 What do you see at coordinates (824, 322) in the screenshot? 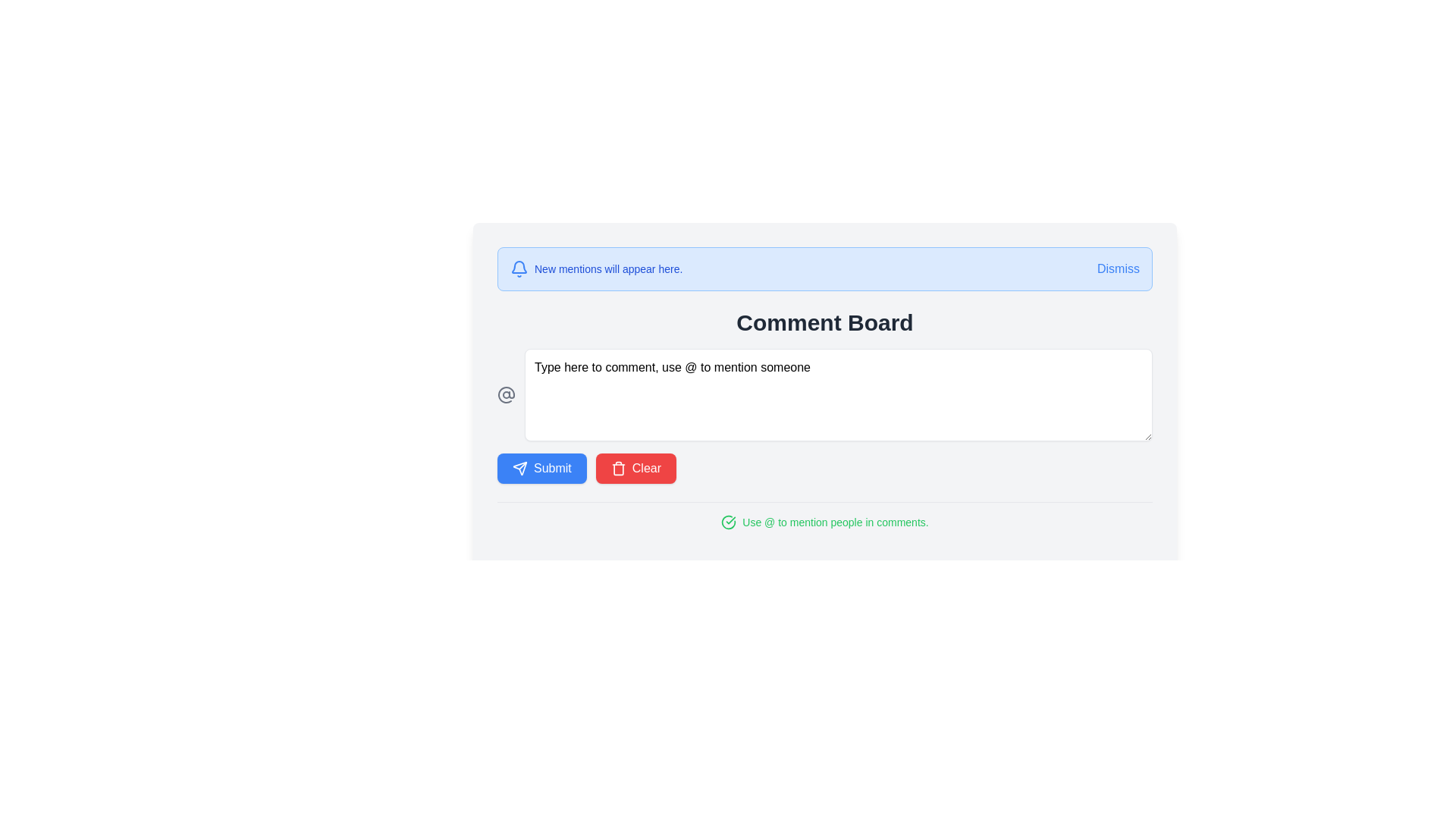
I see `the text label that serves as a title for the comment section, which is located centrally below the informational banner and above the comment input section` at bounding box center [824, 322].